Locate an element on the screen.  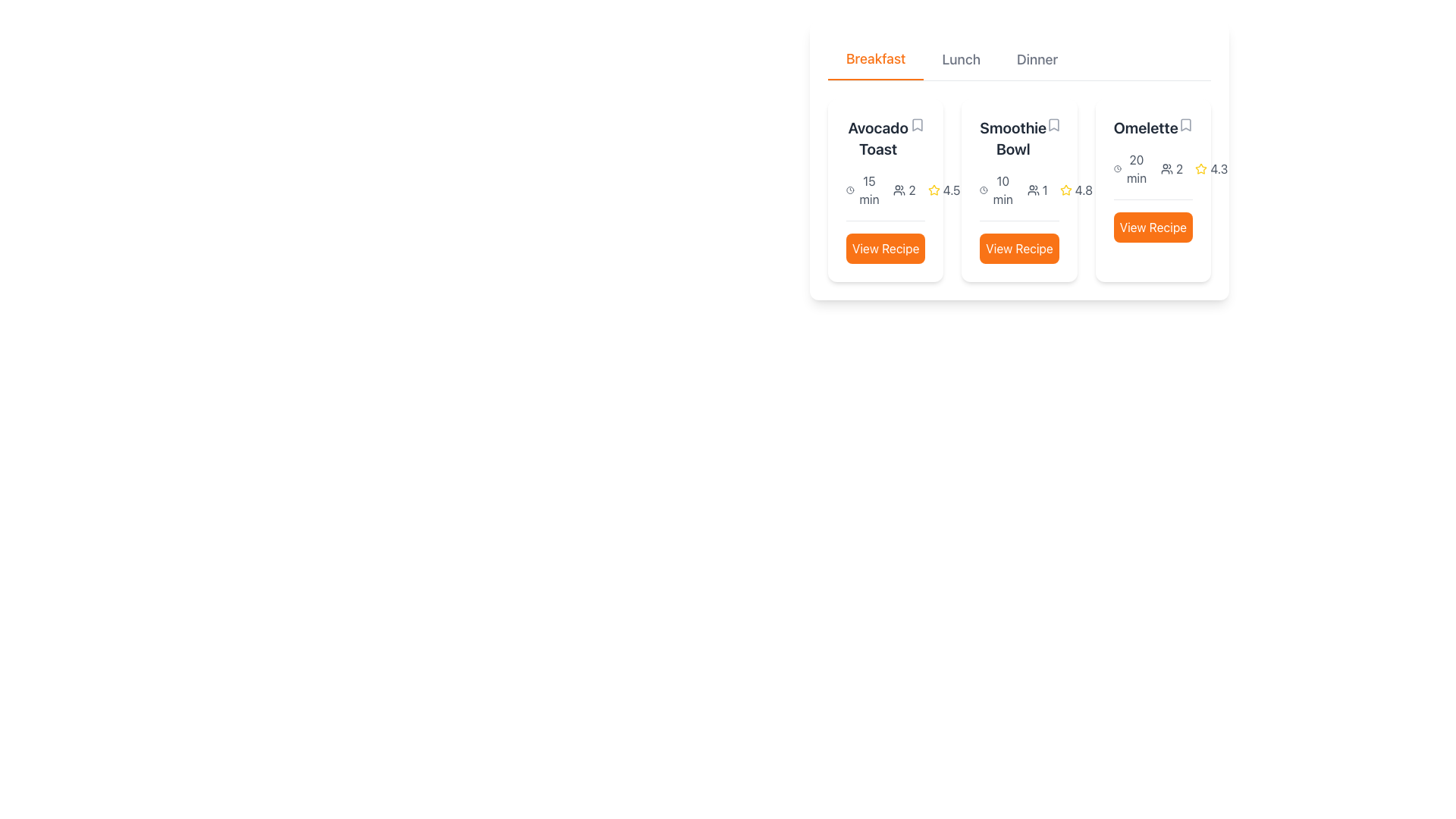
displayed rating '4.8' from the numerical text label located near the star icon in the 'Smoothie Bowl' card section is located at coordinates (1083, 189).